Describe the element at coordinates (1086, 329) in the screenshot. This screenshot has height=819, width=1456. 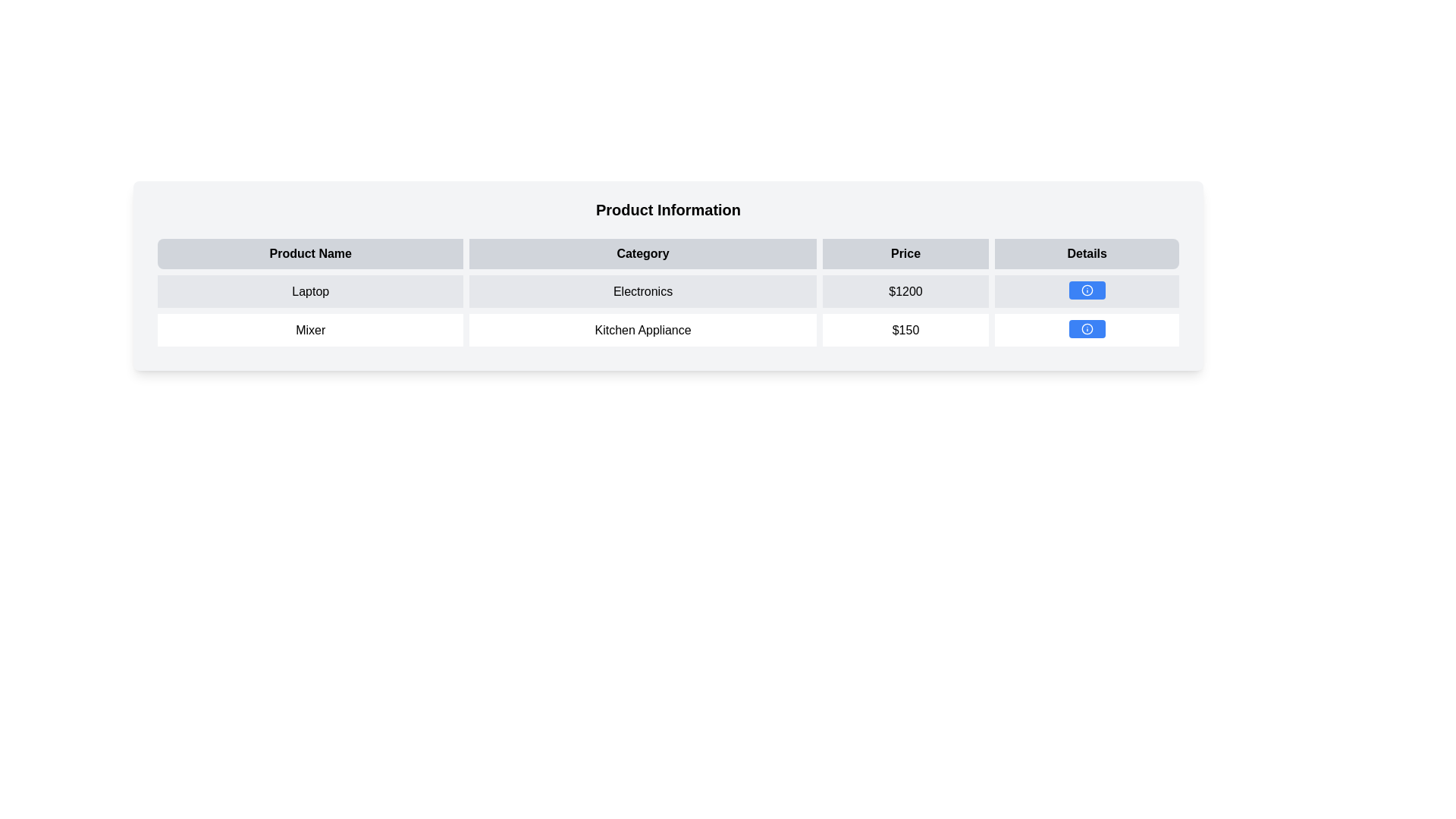
I see `the button in the 'Details' column of the 'Mixer' product row` at that location.